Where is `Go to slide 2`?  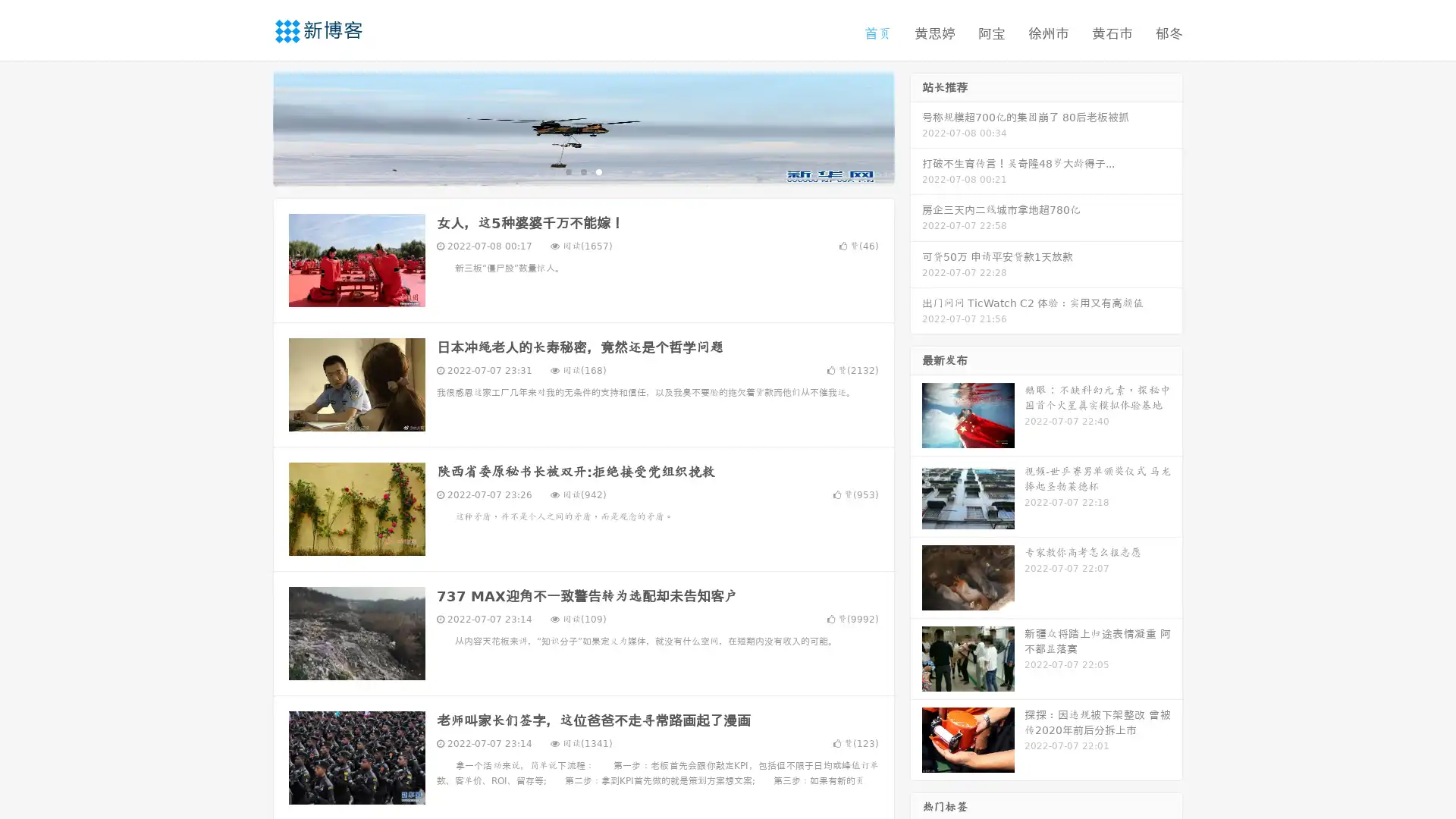 Go to slide 2 is located at coordinates (582, 171).